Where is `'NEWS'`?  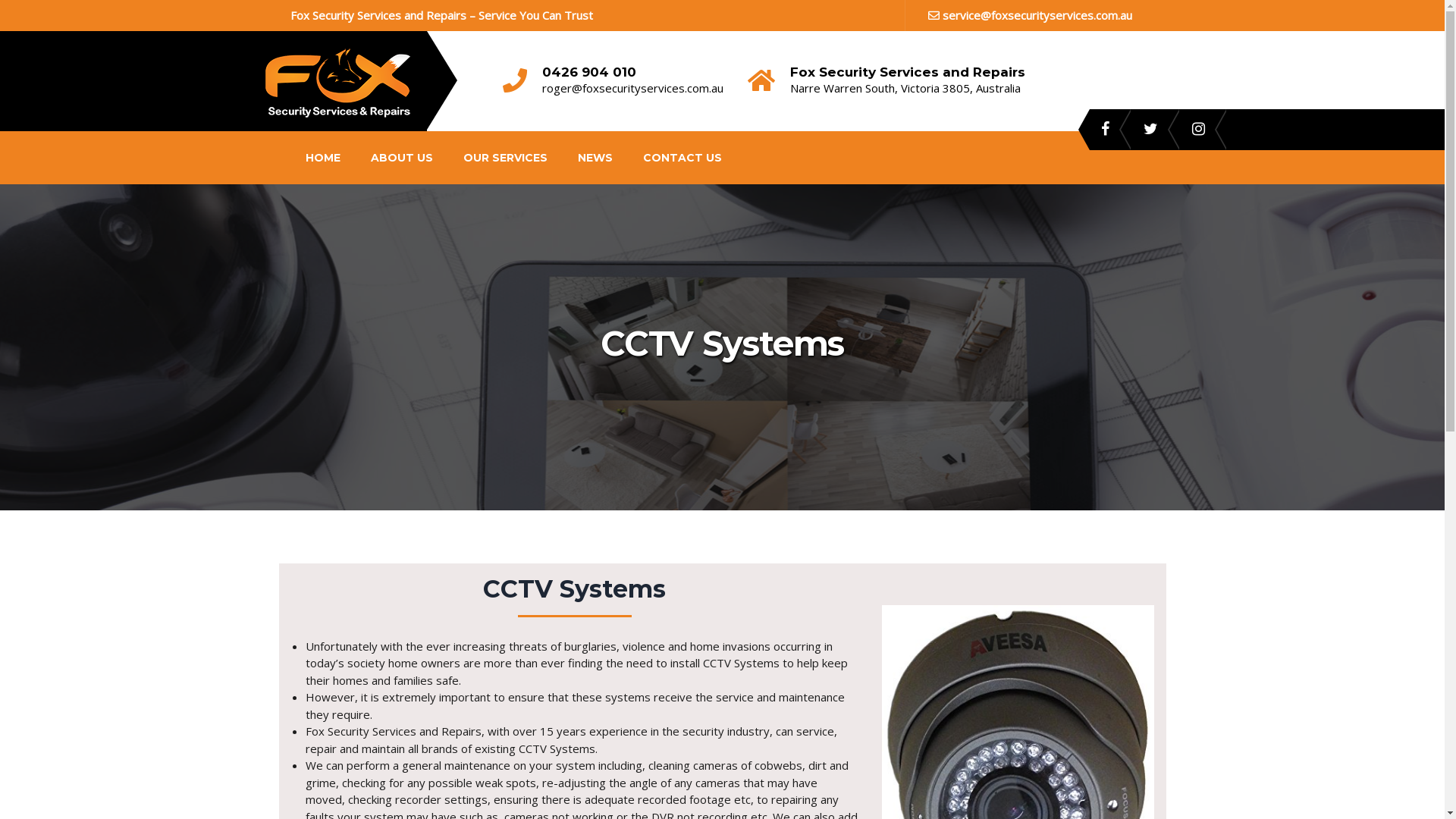 'NEWS' is located at coordinates (562, 155).